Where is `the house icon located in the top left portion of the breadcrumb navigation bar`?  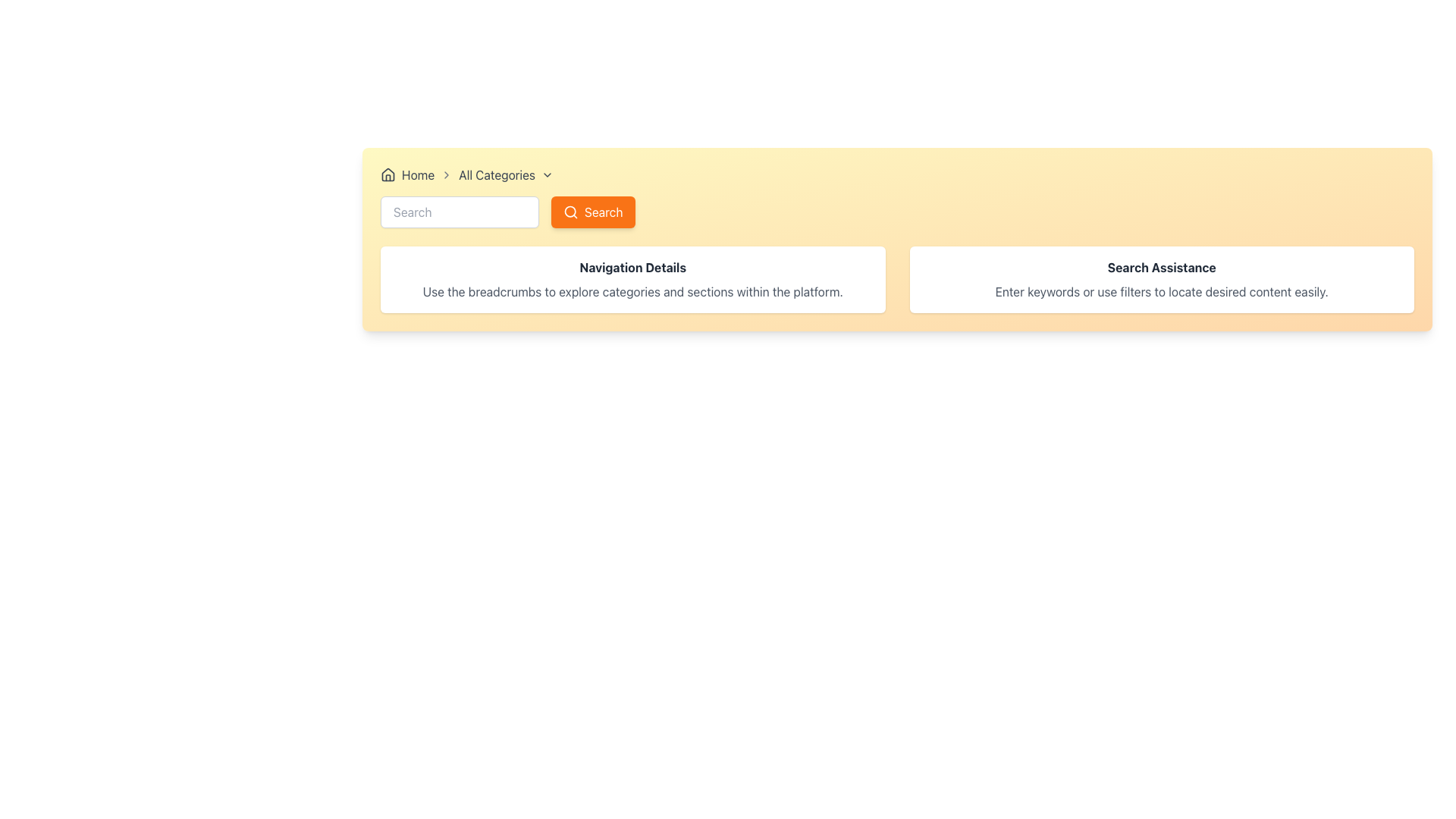
the house icon located in the top left portion of the breadcrumb navigation bar is located at coordinates (388, 174).